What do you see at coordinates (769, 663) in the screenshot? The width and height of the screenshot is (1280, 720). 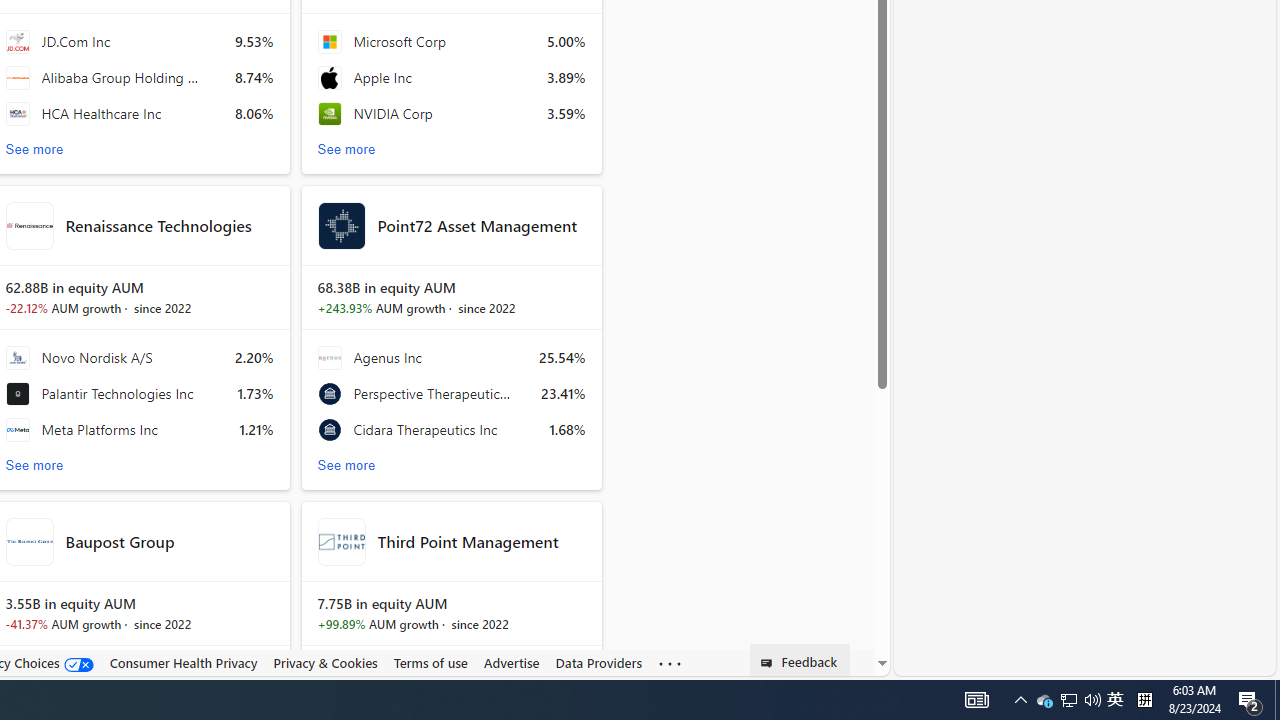 I see `'Class: feedback_link_icon-DS-EntryPoint1-1'` at bounding box center [769, 663].